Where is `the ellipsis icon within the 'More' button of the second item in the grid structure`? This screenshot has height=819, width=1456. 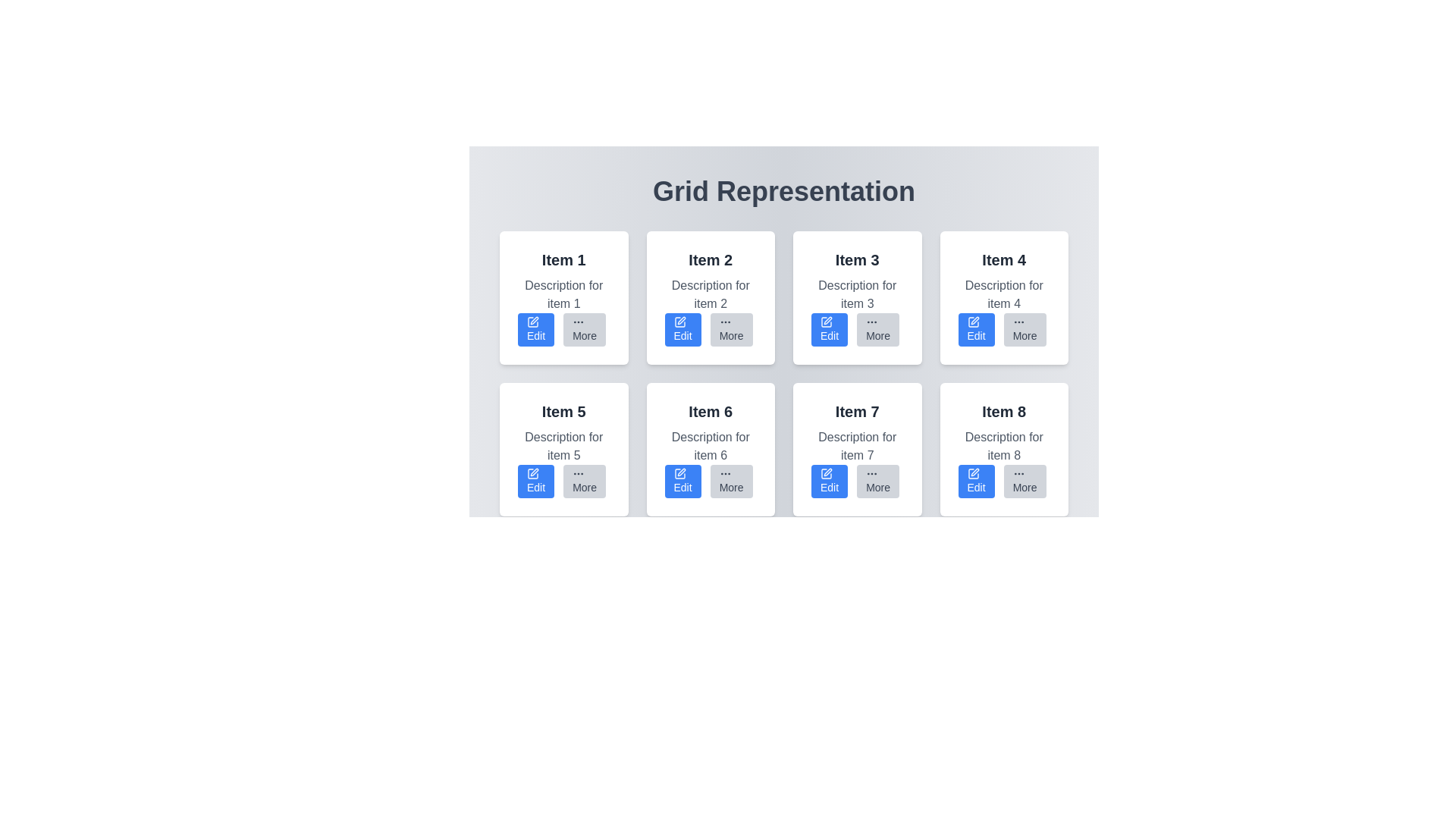 the ellipsis icon within the 'More' button of the second item in the grid structure is located at coordinates (578, 321).